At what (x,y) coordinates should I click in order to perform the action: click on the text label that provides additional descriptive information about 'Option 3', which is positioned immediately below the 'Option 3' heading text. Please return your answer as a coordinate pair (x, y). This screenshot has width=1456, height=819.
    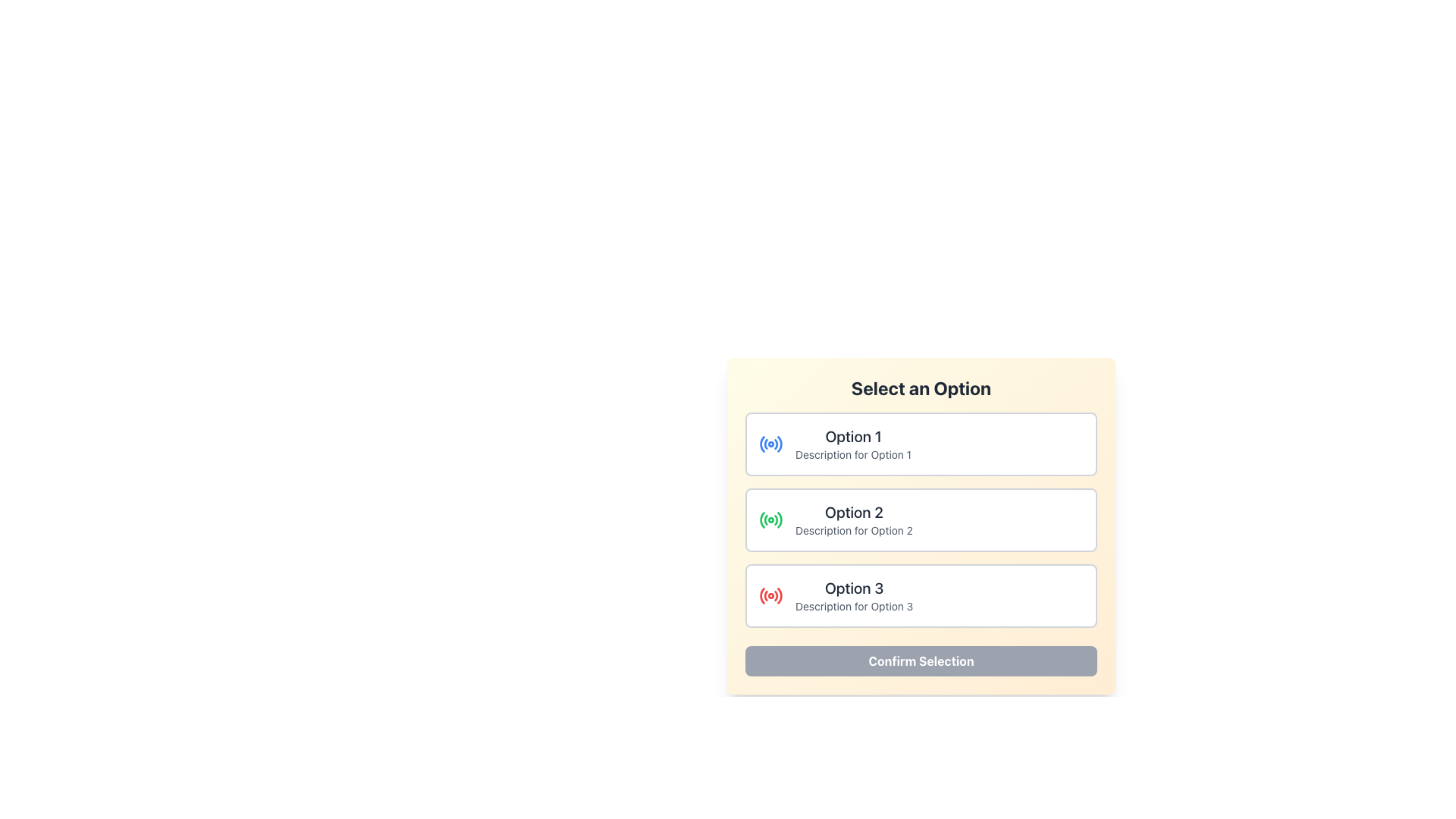
    Looking at the image, I should click on (854, 605).